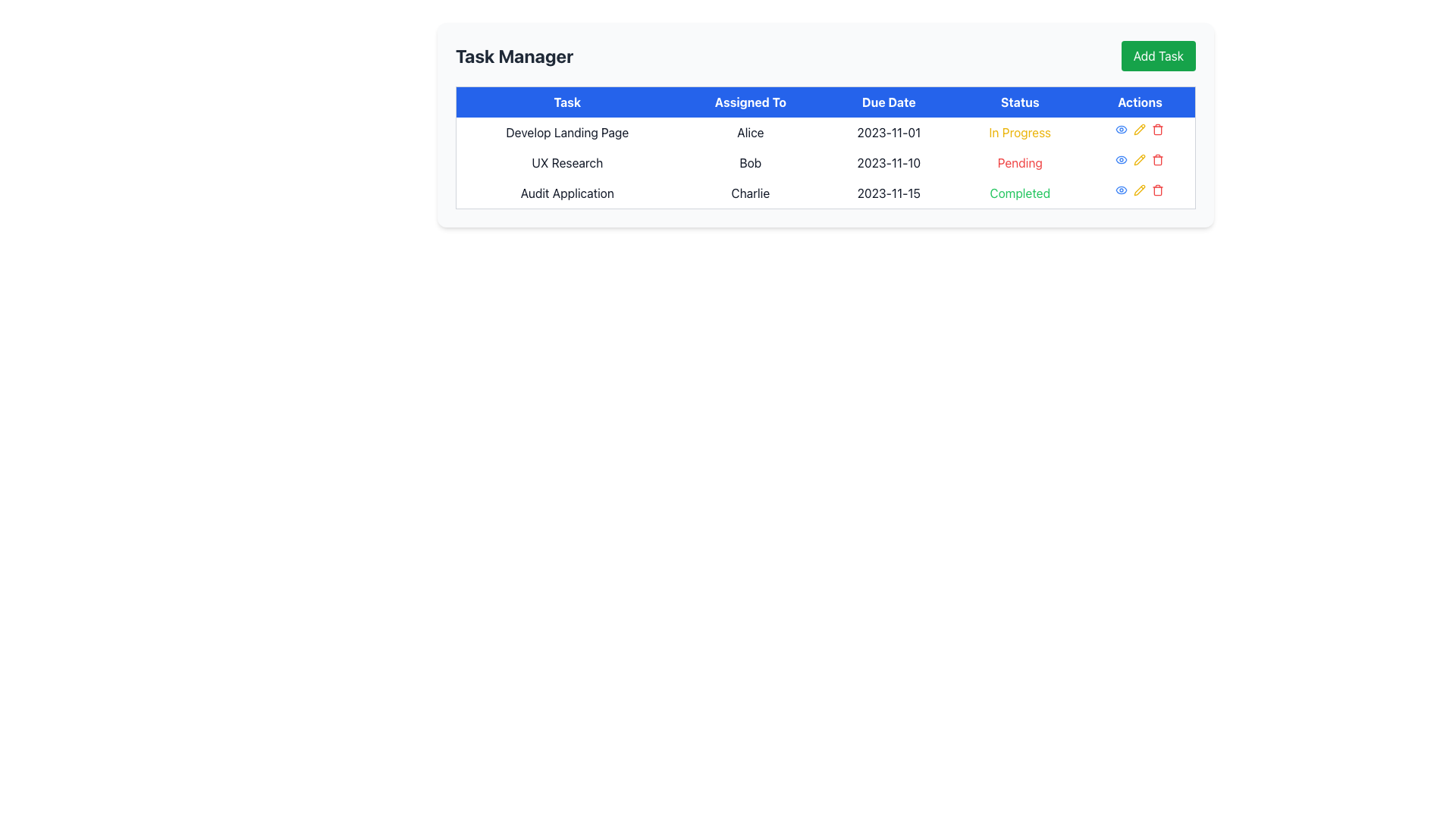  Describe the element at coordinates (825, 131) in the screenshot. I see `the first row of the task management table that contains the task 'Develop Landing Page'` at that location.